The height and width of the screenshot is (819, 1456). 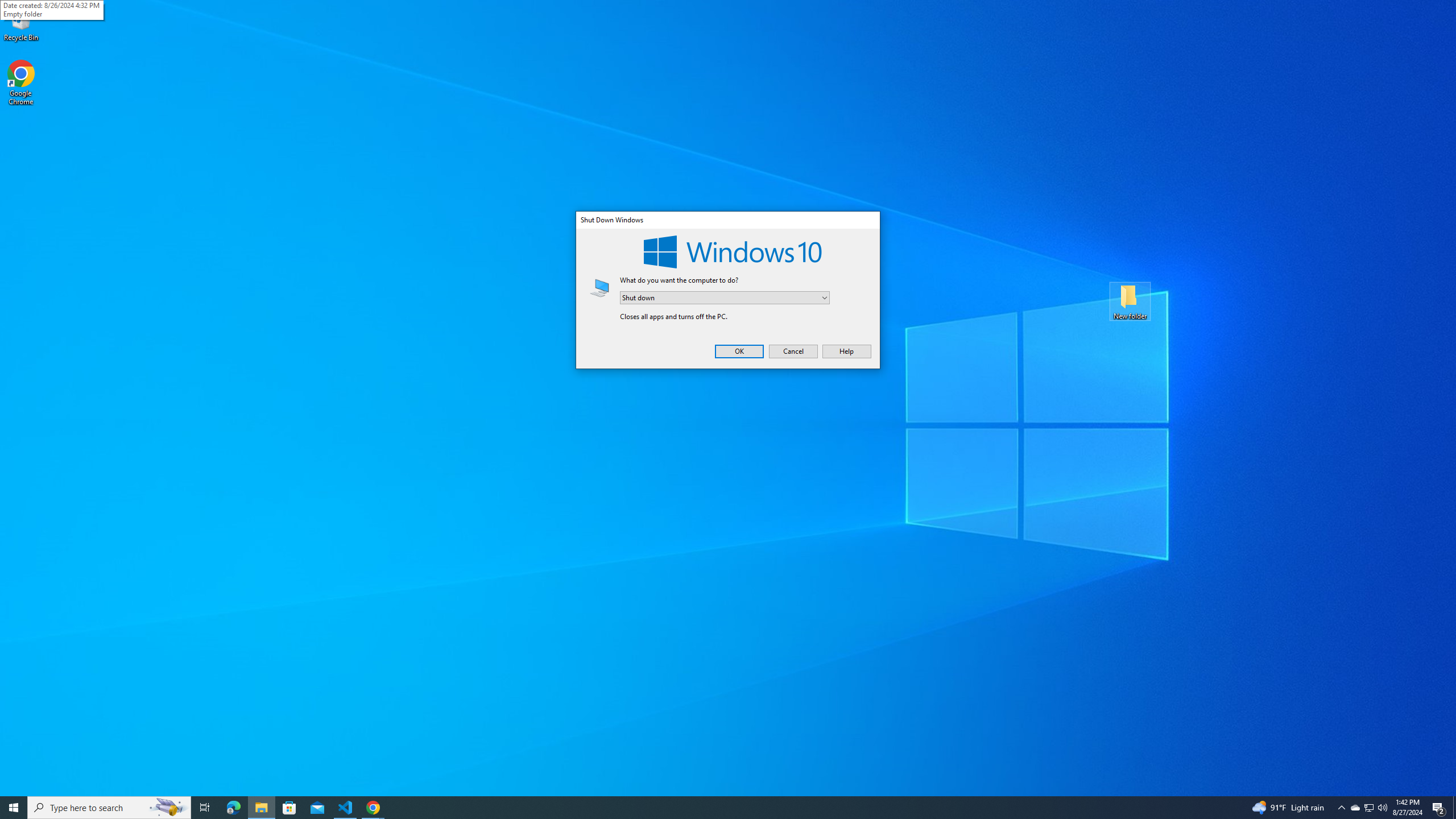 What do you see at coordinates (1381, 806) in the screenshot?
I see `'Q2790: 100%'` at bounding box center [1381, 806].